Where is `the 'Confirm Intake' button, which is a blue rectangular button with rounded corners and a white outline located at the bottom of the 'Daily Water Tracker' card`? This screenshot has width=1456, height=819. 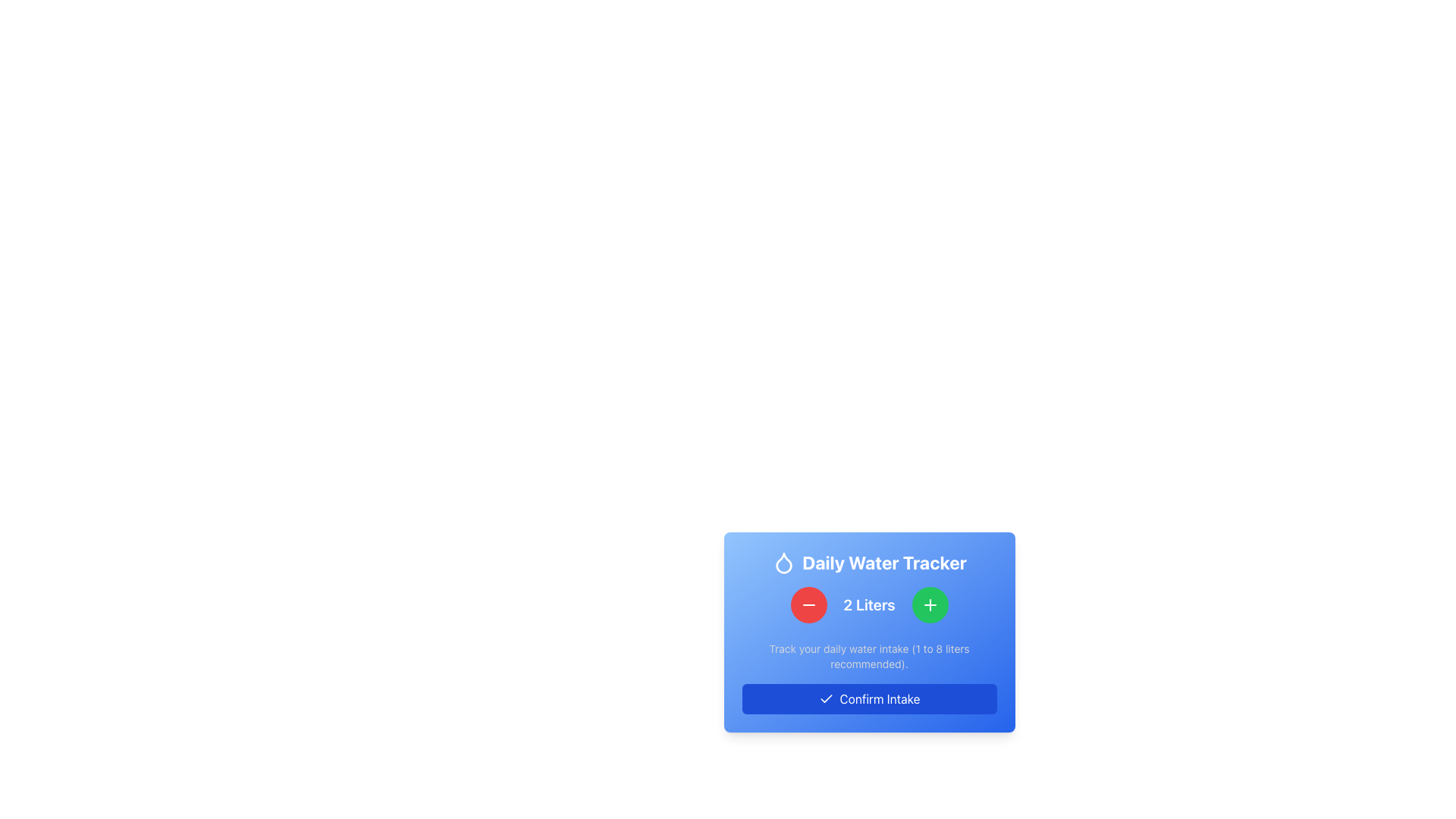 the 'Confirm Intake' button, which is a blue rectangular button with rounded corners and a white outline located at the bottom of the 'Daily Water Tracker' card is located at coordinates (869, 698).